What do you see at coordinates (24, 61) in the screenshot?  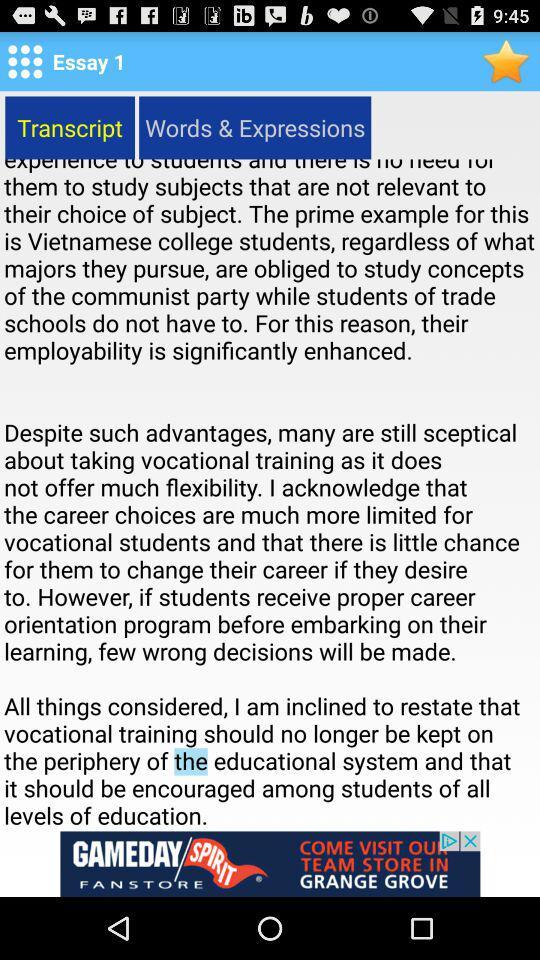 I see `click menu option` at bounding box center [24, 61].